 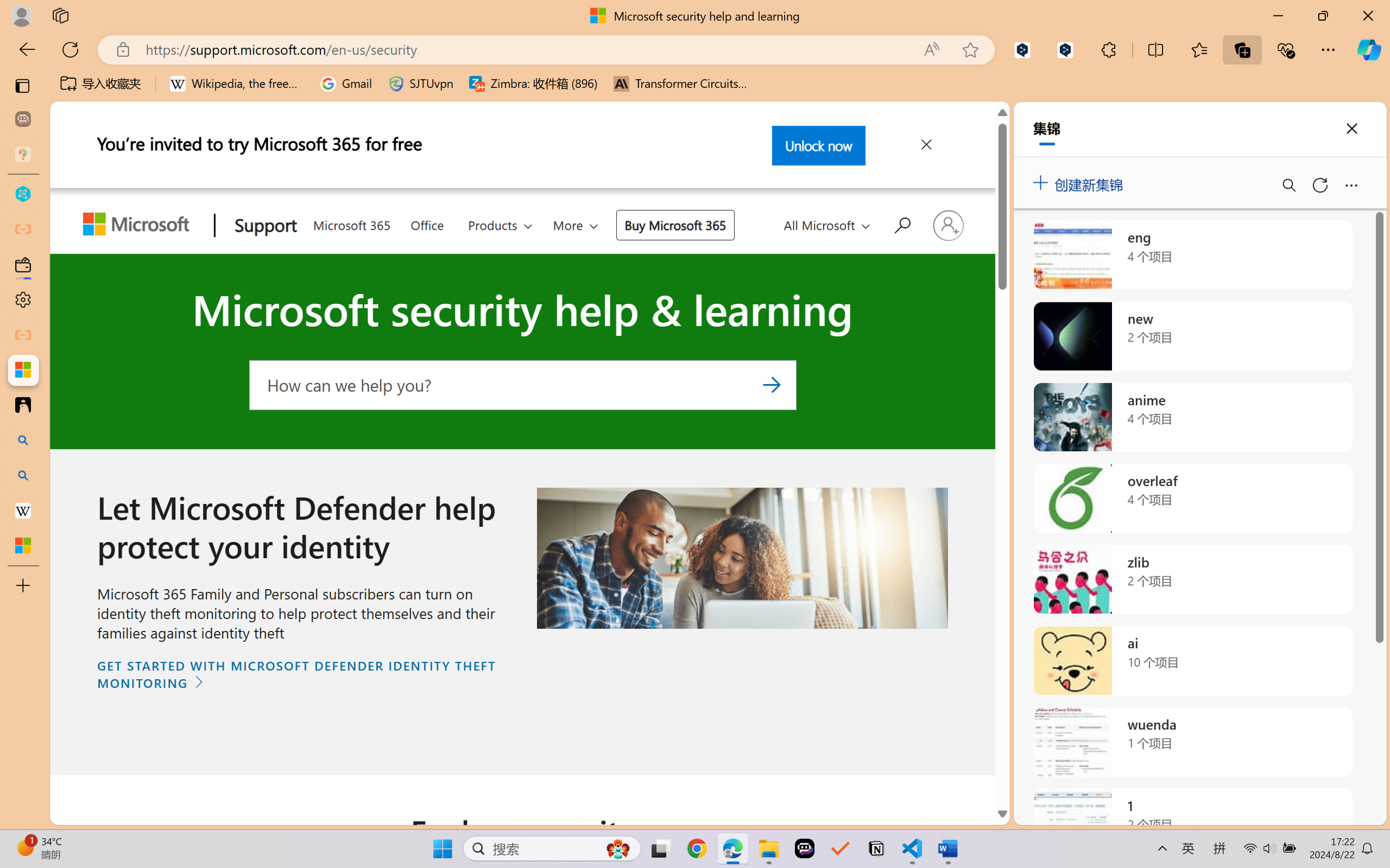 What do you see at coordinates (577, 224) in the screenshot?
I see `'More'` at bounding box center [577, 224].